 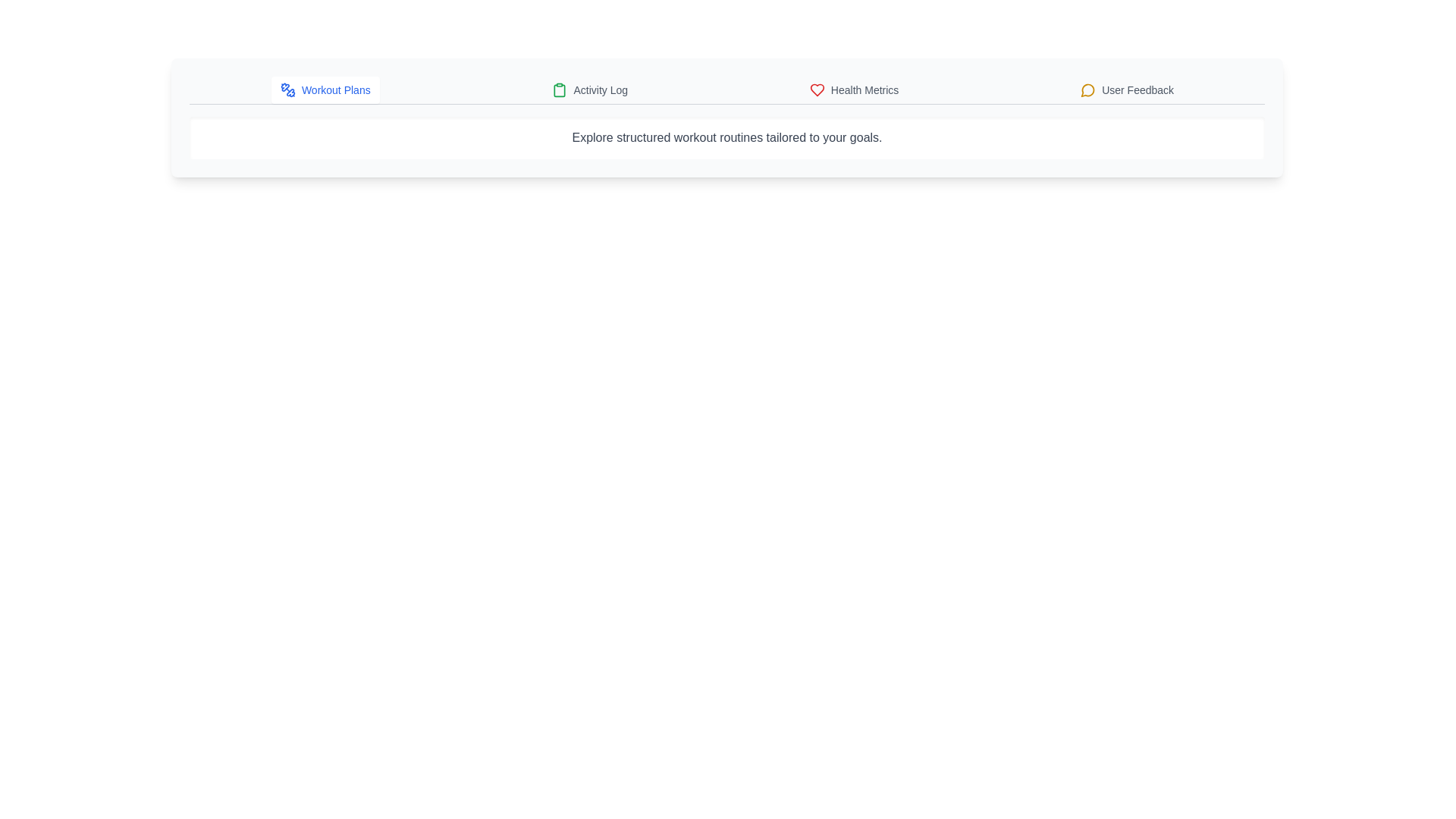 I want to click on the informational Text block located below the toolbar containing 'Workout Plans', 'Activity Log', 'Health Metrics', and 'User Feedback', so click(x=726, y=137).